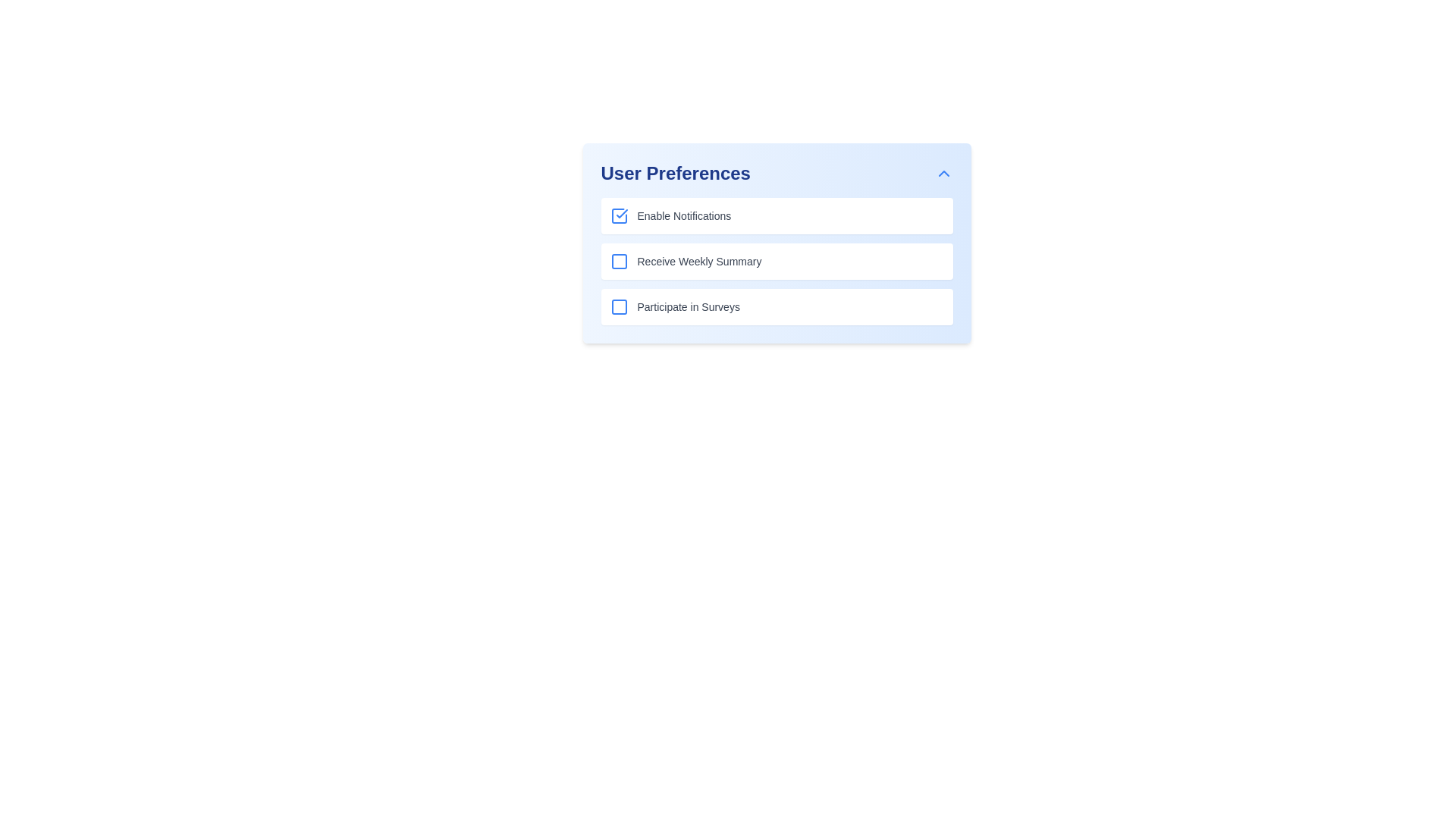 The image size is (1456, 819). Describe the element at coordinates (675, 172) in the screenshot. I see `the 'User Preferences' text label displayed in a bold, large, blue font at the top of the panel` at that location.